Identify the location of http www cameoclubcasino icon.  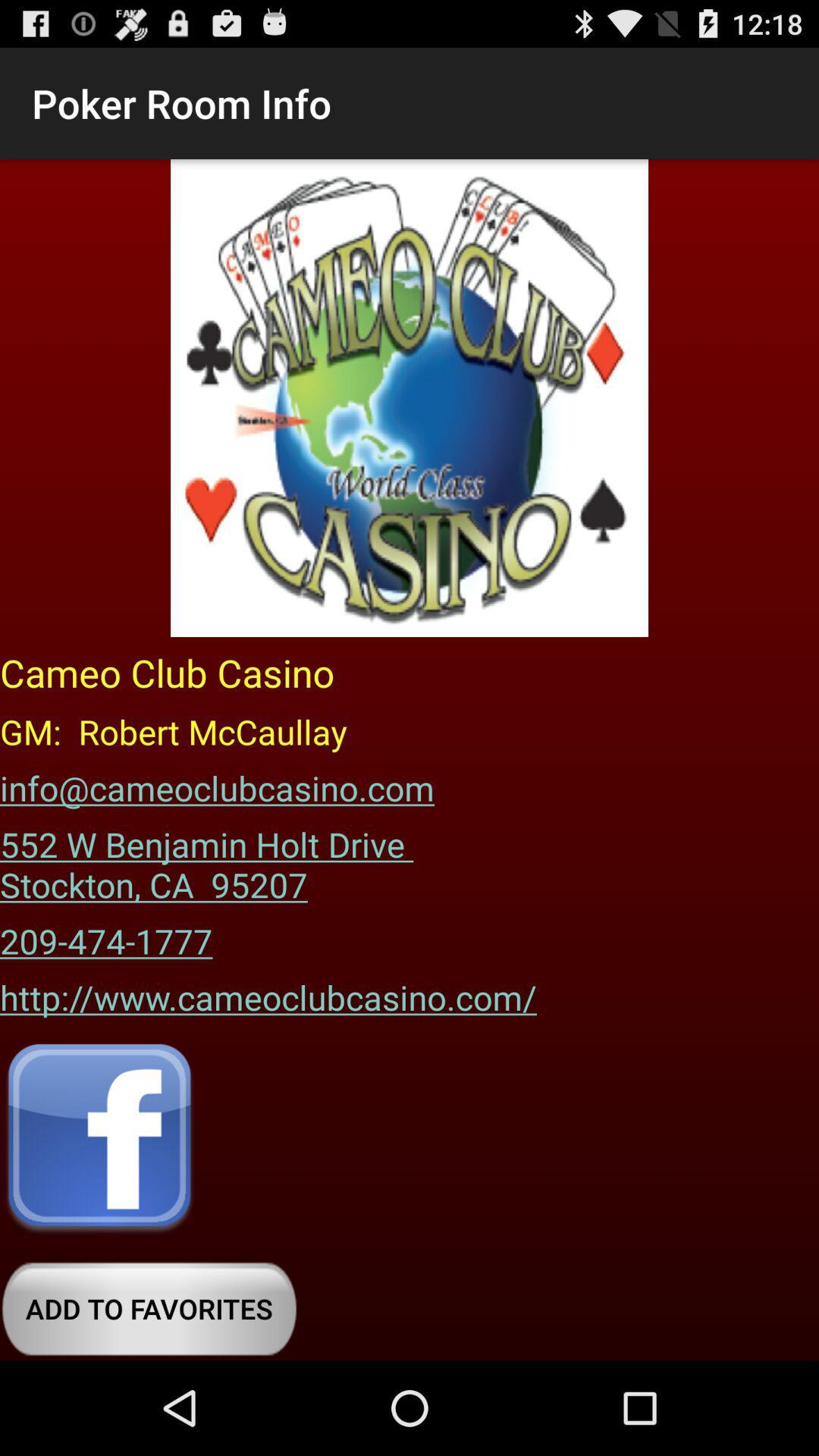
(268, 992).